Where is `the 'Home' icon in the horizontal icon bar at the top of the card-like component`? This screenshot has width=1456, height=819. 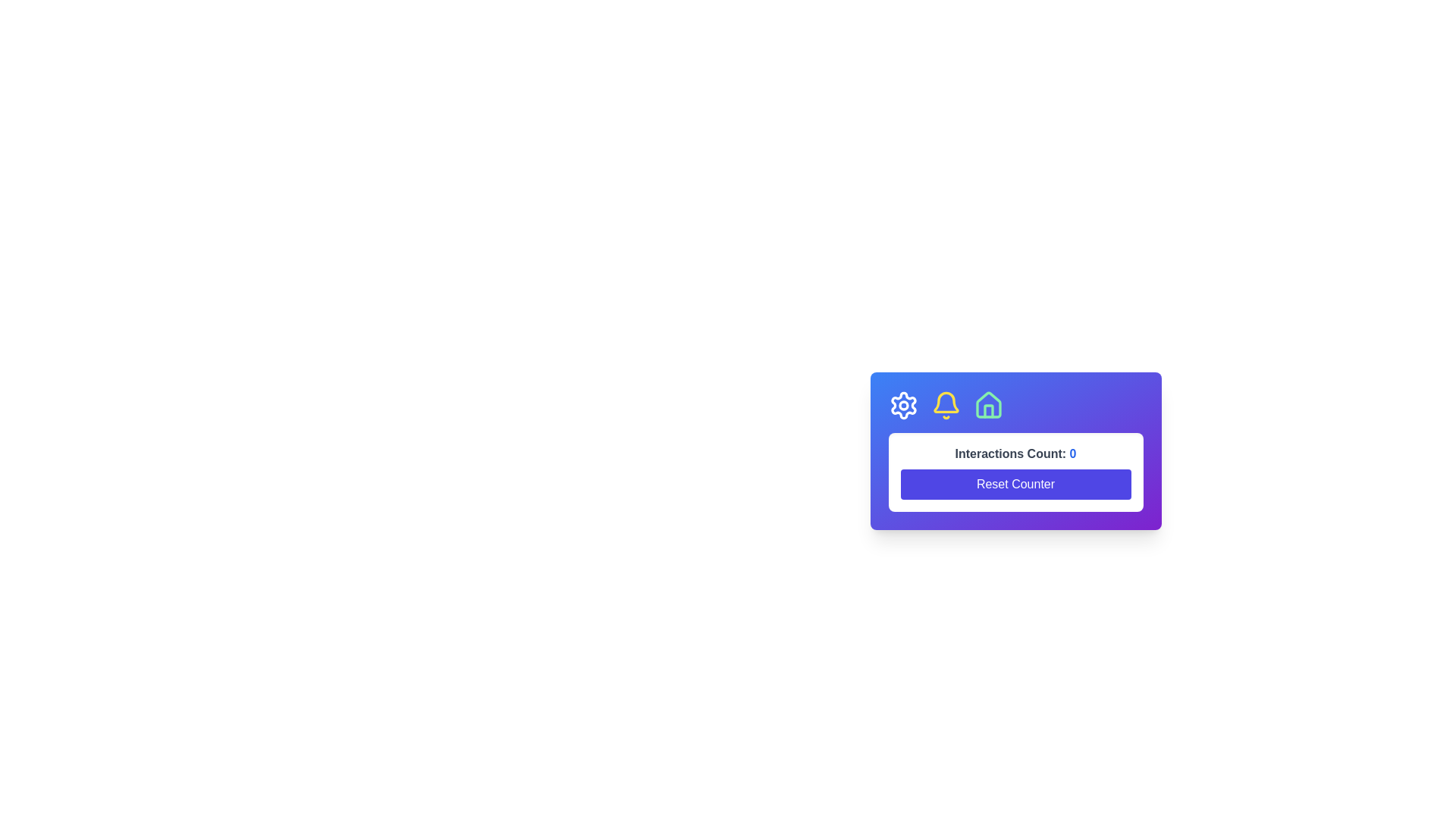 the 'Home' icon in the horizontal icon bar at the top of the card-like component is located at coordinates (988, 404).